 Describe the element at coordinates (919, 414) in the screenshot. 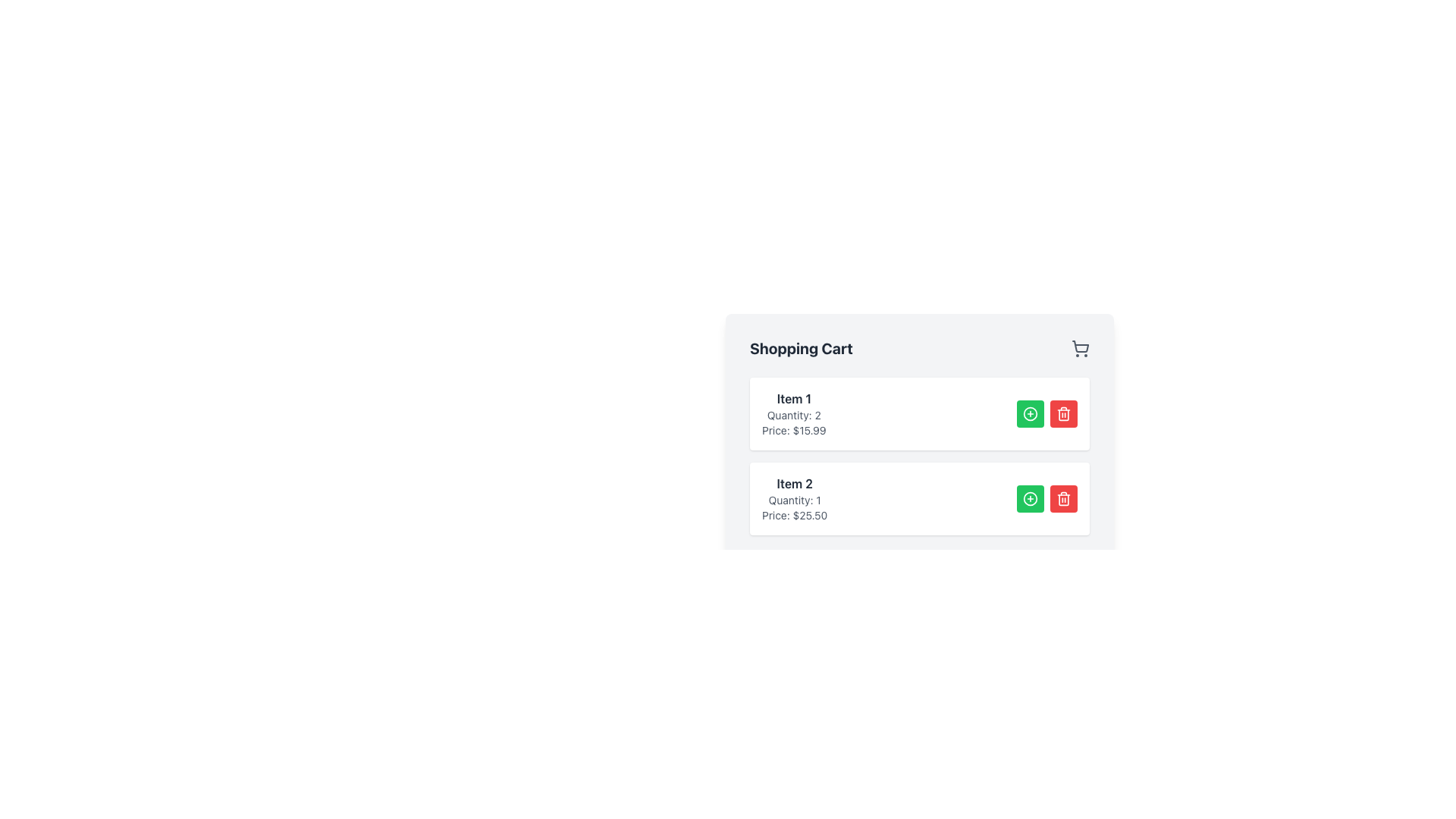

I see `the green button to increase the quantity of the first item in the shopping cart interface, which is styled prominently with the item's name on the left and interactive buttons on the right` at that location.